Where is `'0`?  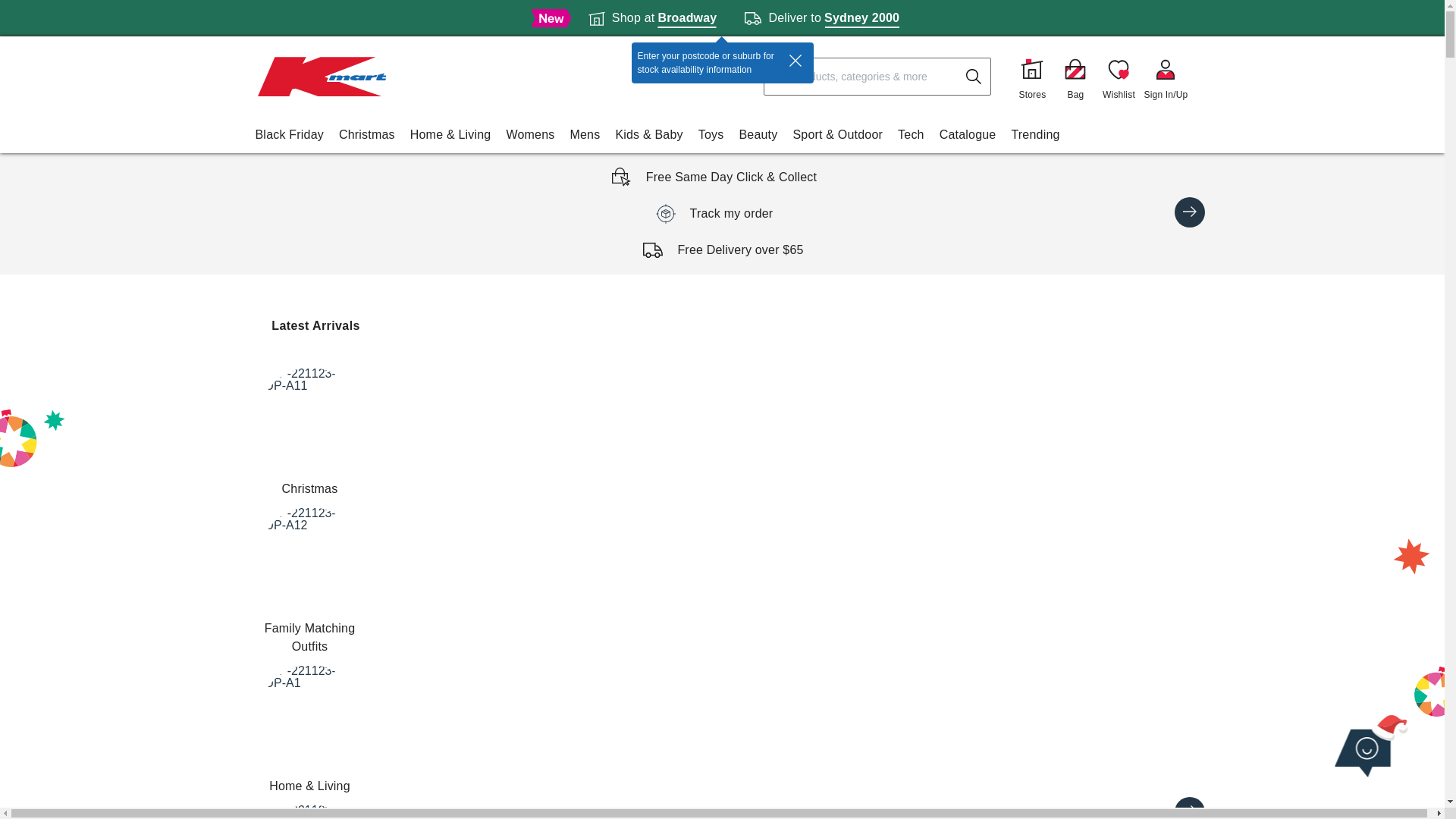 '0 is located at coordinates (1074, 76).